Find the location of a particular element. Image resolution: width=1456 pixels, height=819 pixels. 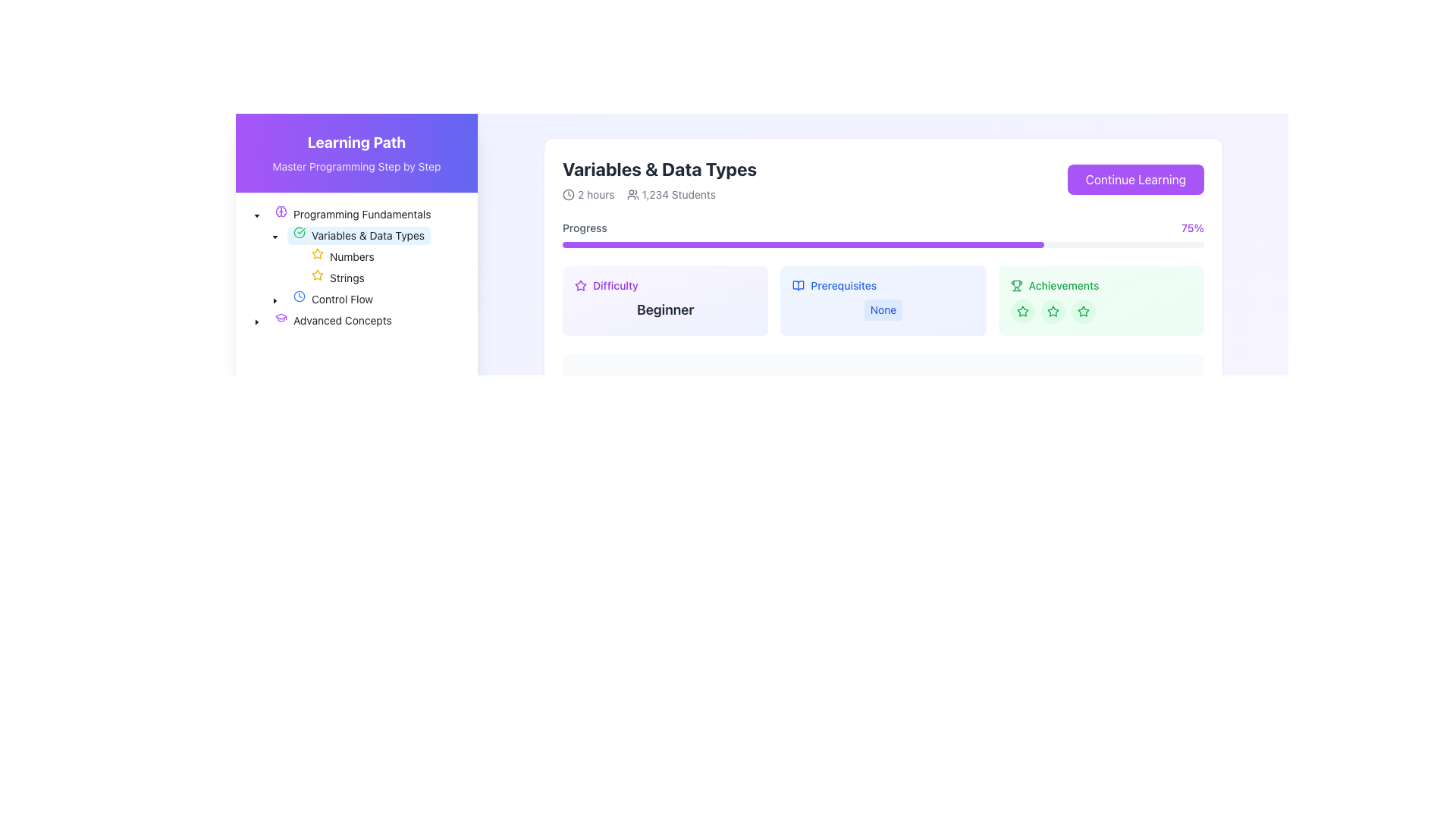

the dropdown caret icon located in the navigation panel is located at coordinates (275, 301).